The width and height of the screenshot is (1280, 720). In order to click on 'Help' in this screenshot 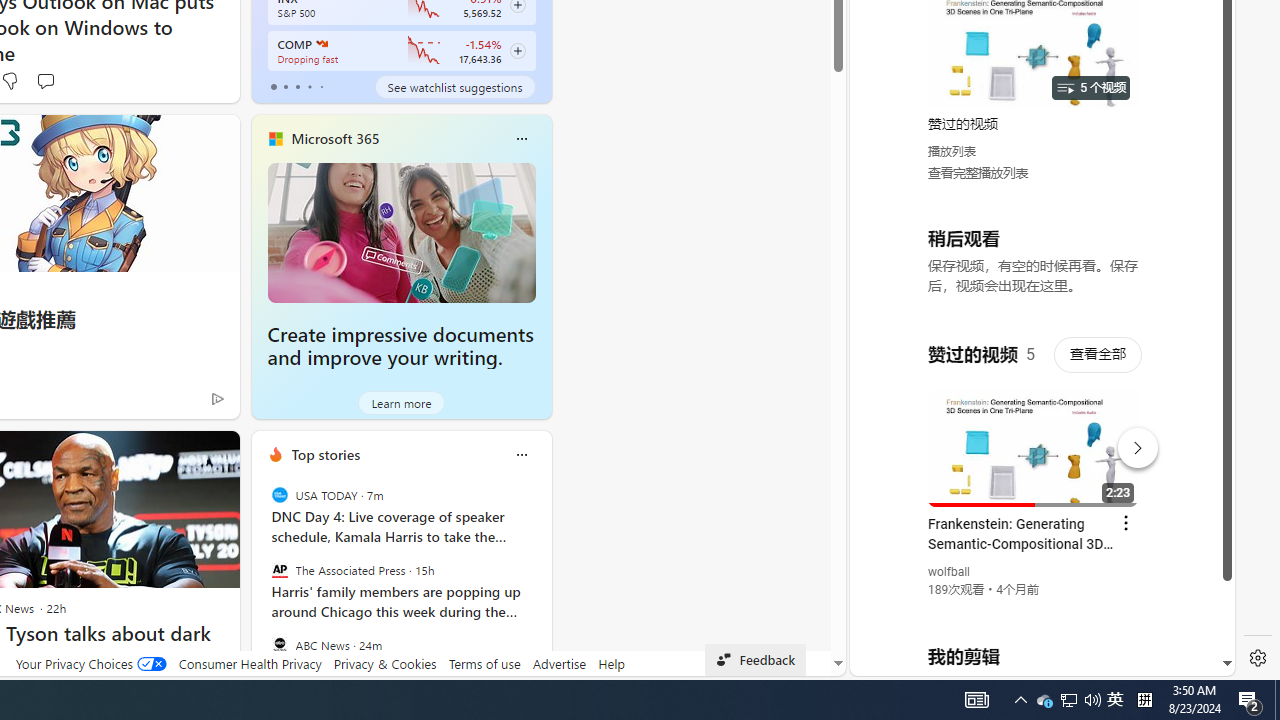, I will do `click(610, 663)`.